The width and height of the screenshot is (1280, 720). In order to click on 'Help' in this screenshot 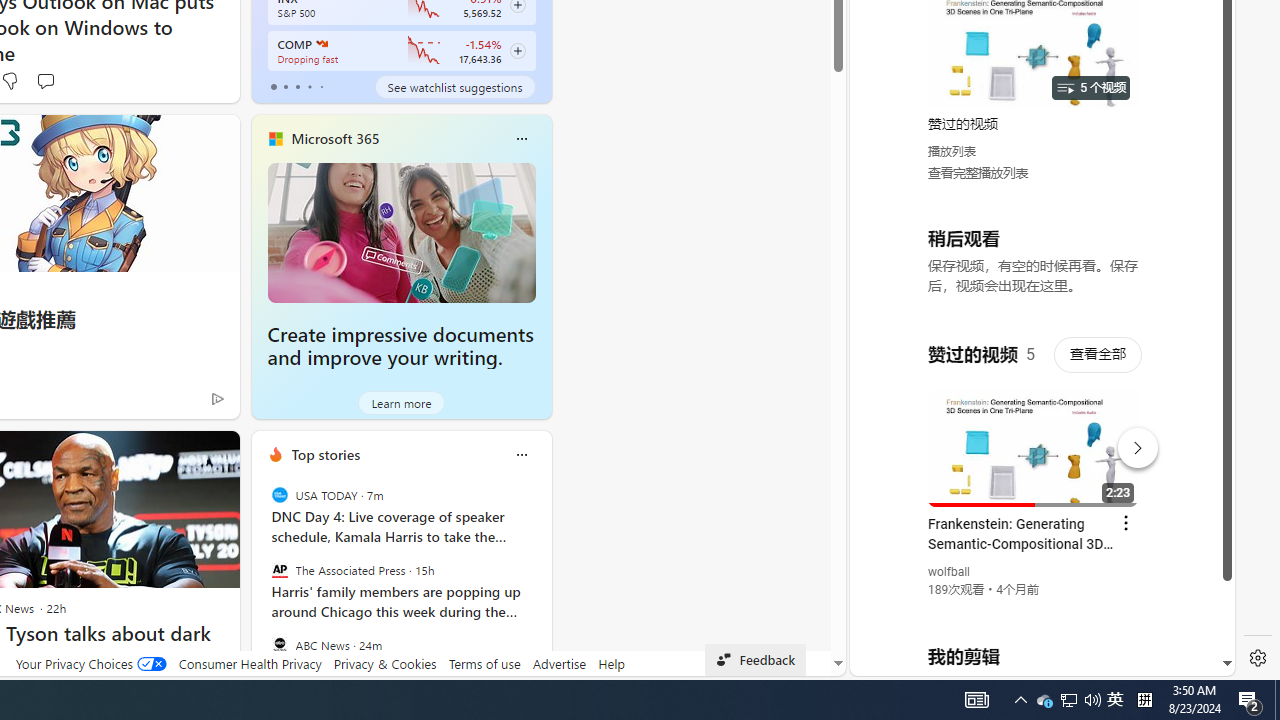, I will do `click(610, 663)`.